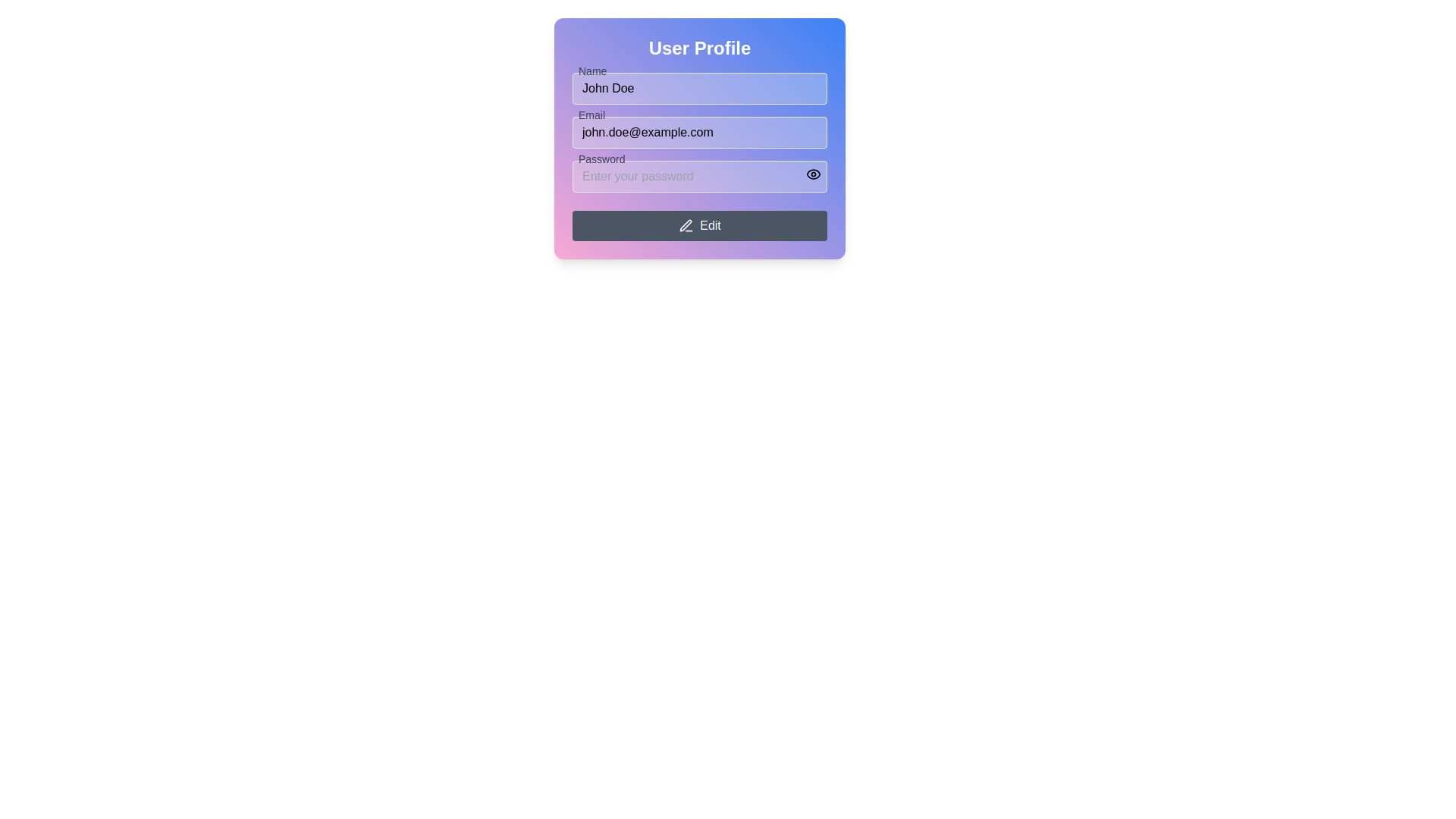 This screenshot has width=1456, height=819. Describe the element at coordinates (685, 225) in the screenshot. I see `the pen icon within the 'Edit' button located in the footer of the 'User Profile' panel` at that location.